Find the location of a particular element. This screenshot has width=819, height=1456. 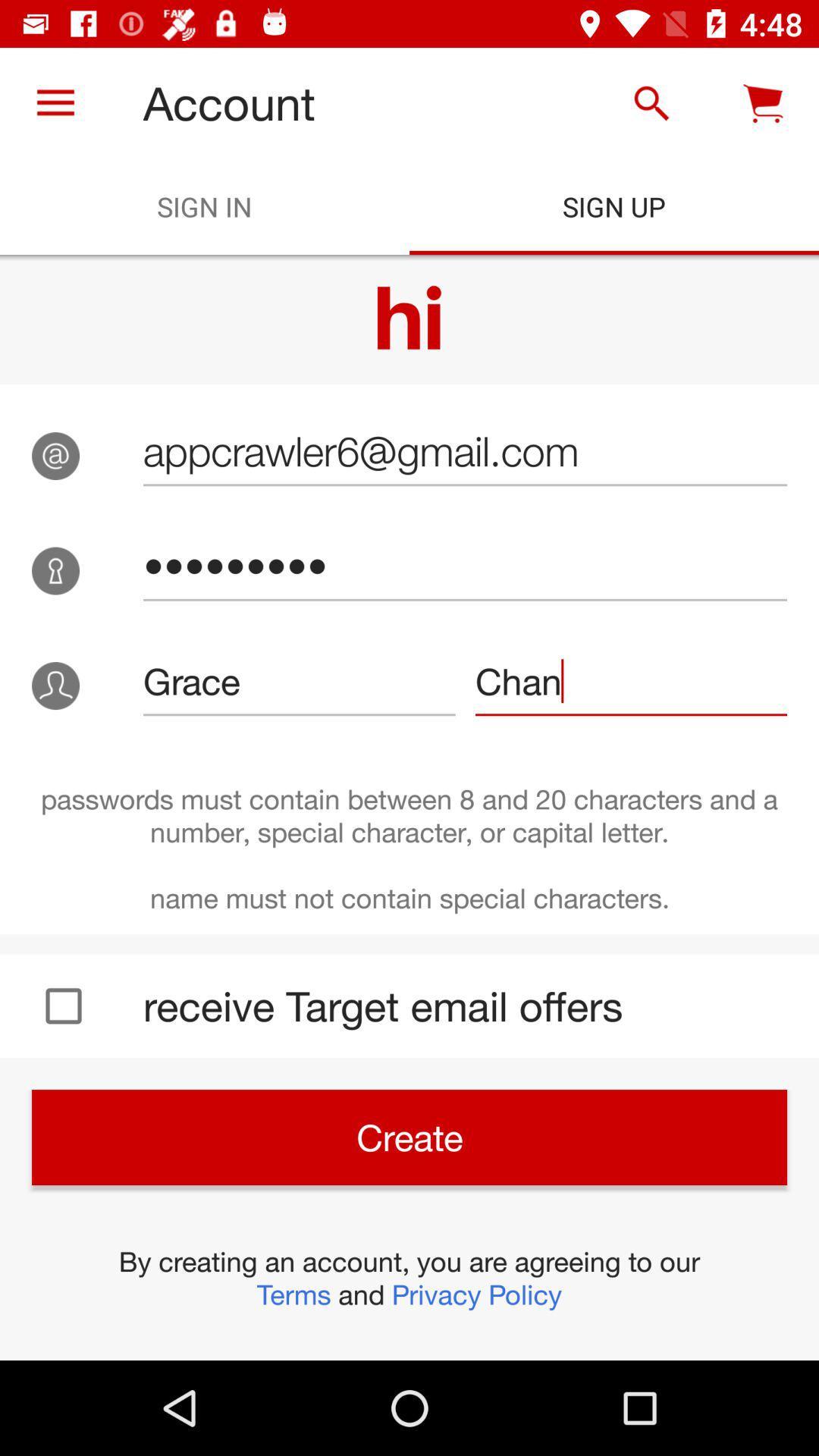

chan icon is located at coordinates (631, 680).